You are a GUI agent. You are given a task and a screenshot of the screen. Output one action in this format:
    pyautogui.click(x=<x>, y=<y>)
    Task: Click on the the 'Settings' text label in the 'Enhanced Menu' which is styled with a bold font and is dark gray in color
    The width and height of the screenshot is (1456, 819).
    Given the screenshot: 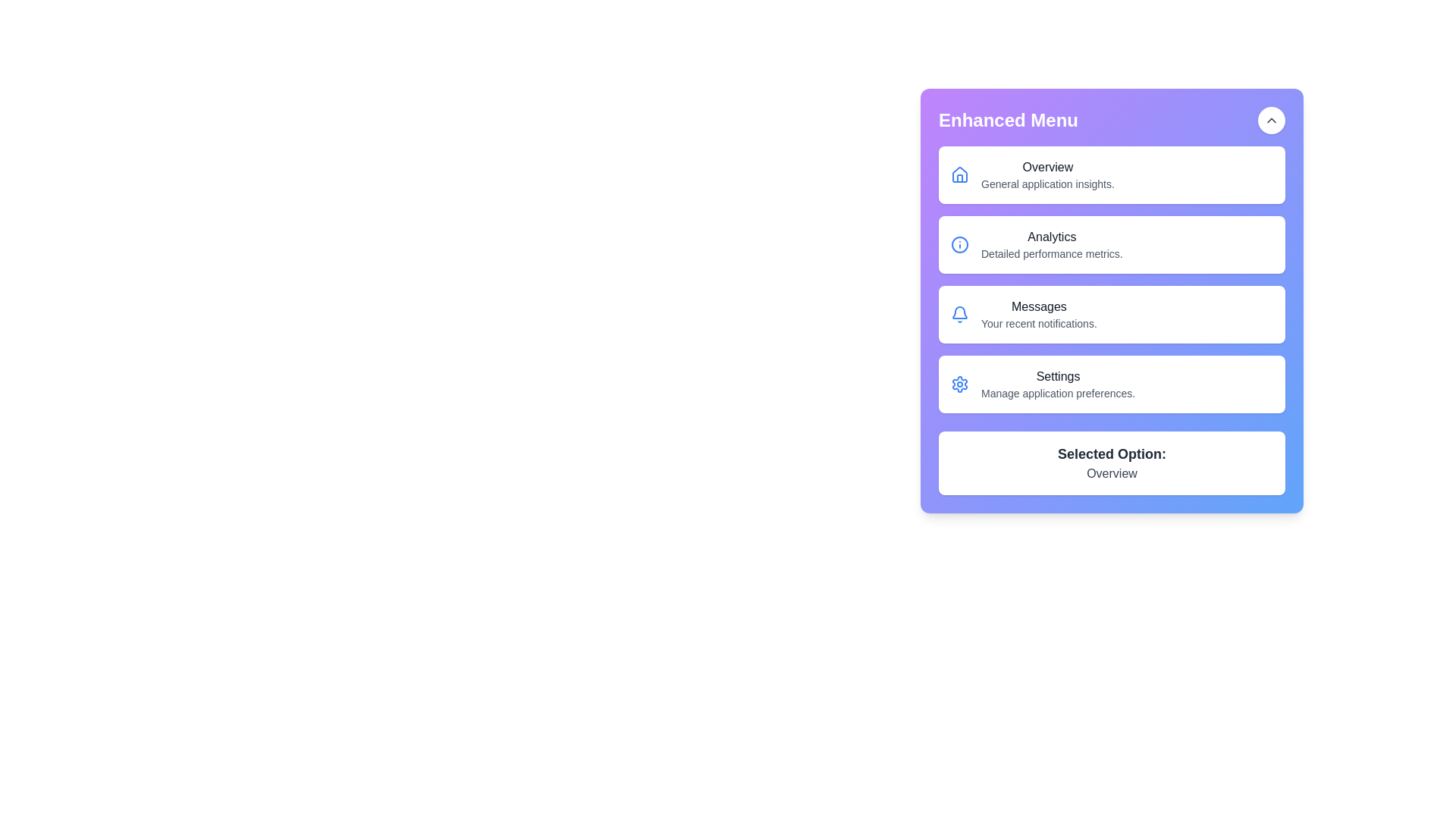 What is the action you would take?
    pyautogui.click(x=1057, y=376)
    